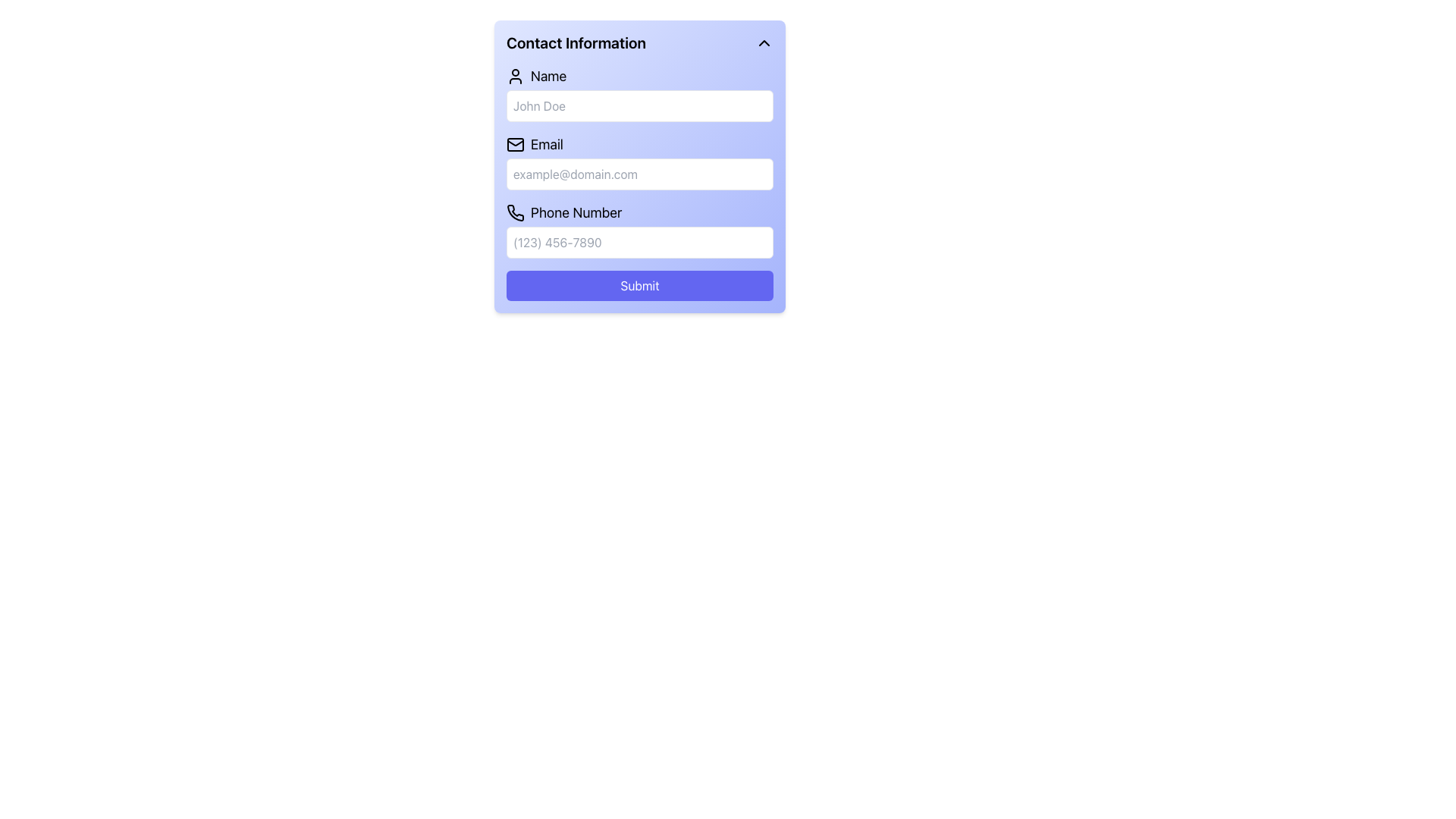 Image resolution: width=1456 pixels, height=819 pixels. I want to click on on the upward-pointing chevron icon located on the rightmost side of the 'Contact Information' header, so click(764, 42).